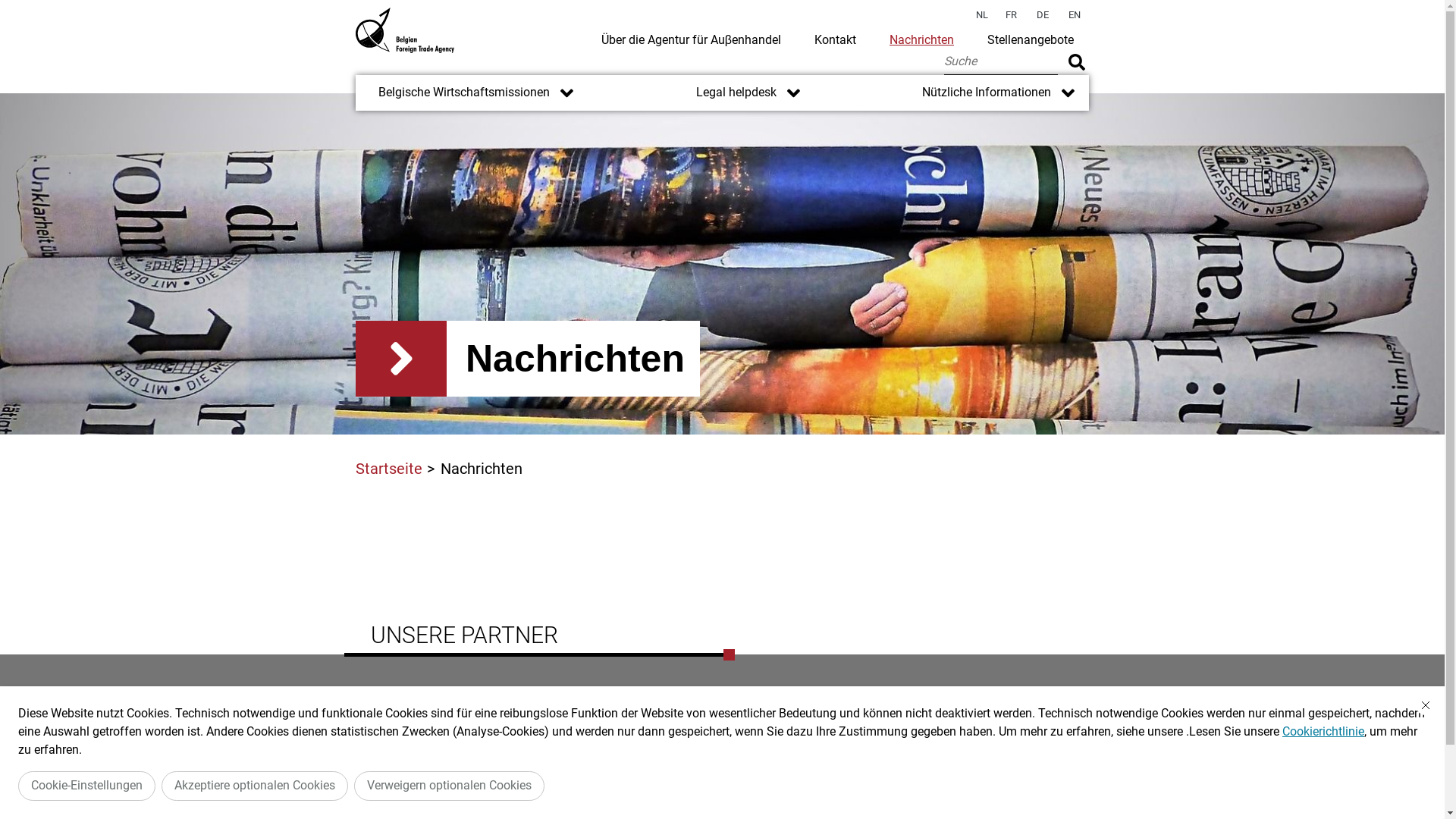 The image size is (1456, 819). Describe the element at coordinates (1067, 93) in the screenshot. I see `'Open submenu'` at that location.